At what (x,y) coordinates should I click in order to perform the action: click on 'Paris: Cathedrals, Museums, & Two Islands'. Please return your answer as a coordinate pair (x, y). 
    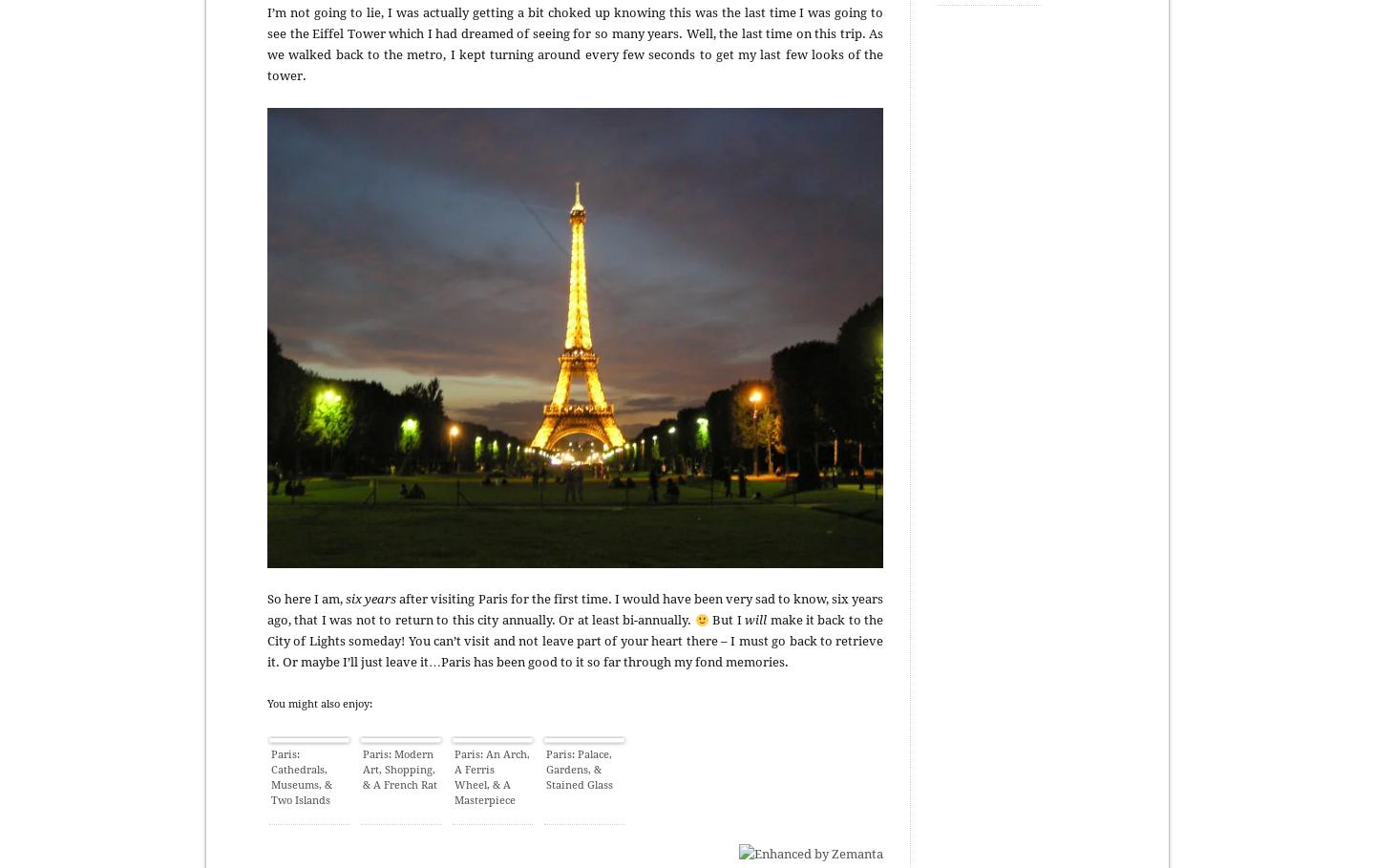
    Looking at the image, I should click on (301, 777).